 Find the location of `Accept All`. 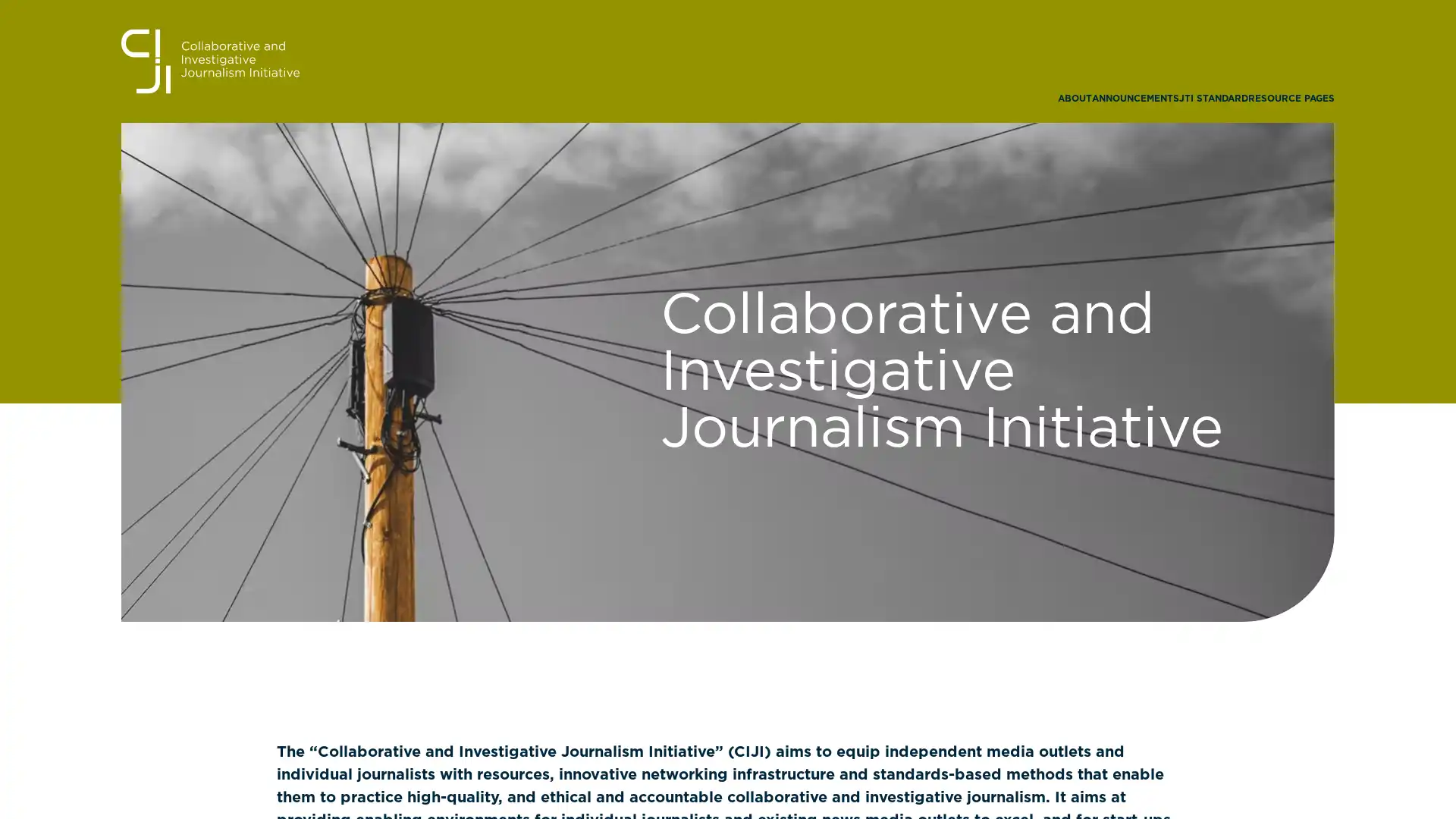

Accept All is located at coordinates (877, 514).